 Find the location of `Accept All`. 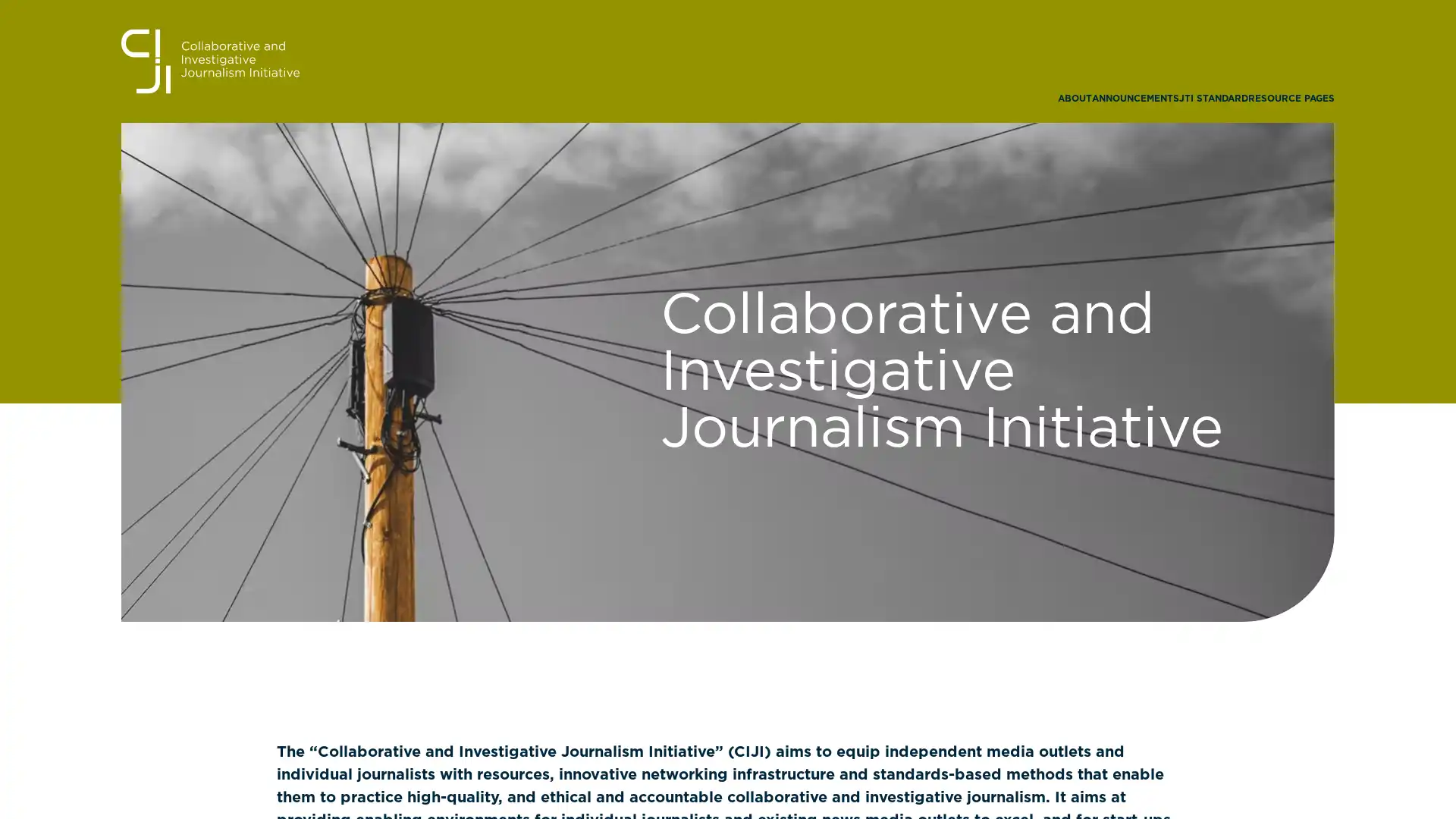

Accept All is located at coordinates (877, 514).